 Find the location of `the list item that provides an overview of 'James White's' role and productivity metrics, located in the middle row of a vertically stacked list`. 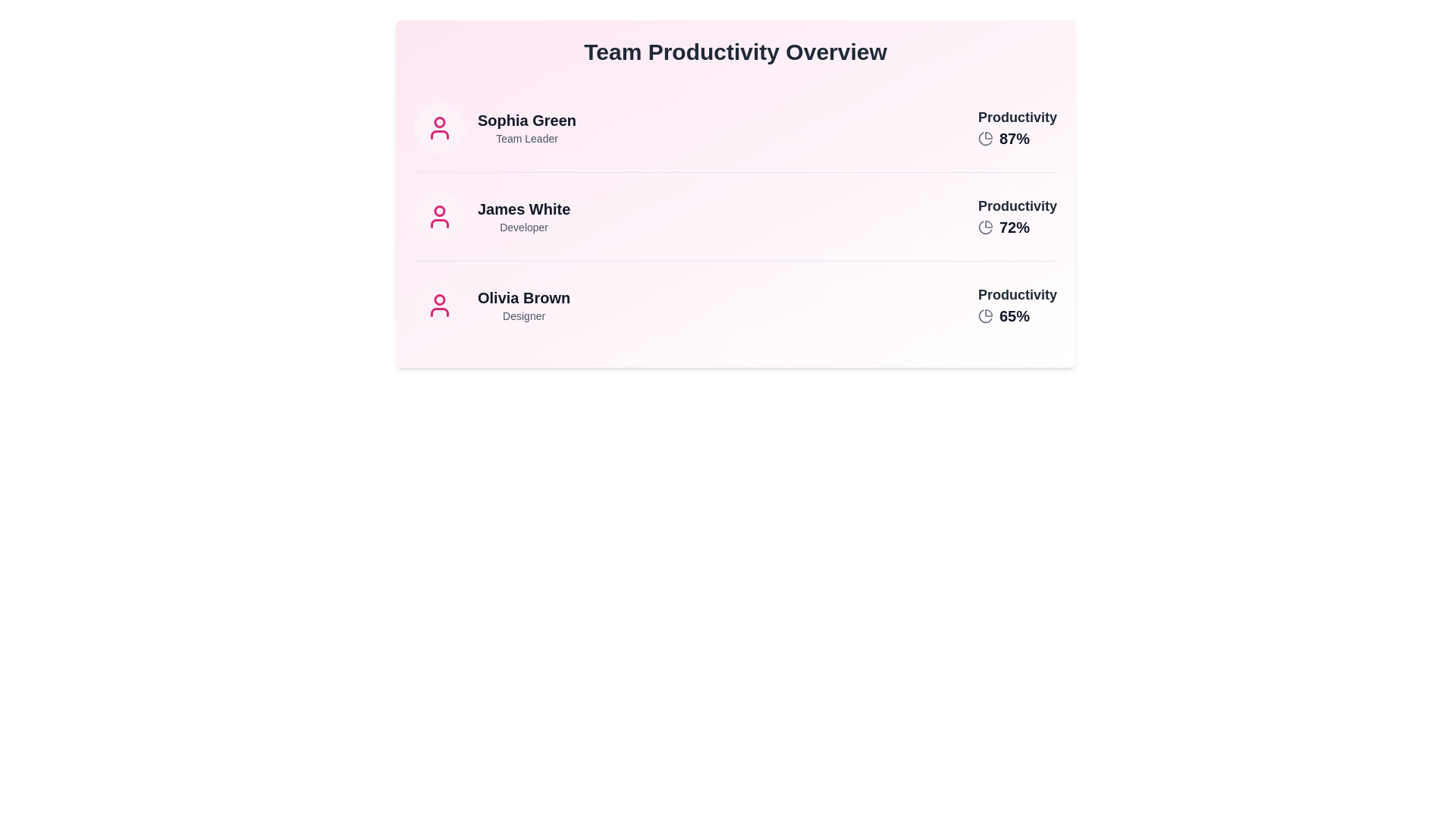

the list item that provides an overview of 'James White's' role and productivity metrics, located in the middle row of a vertically stacked list is located at coordinates (735, 193).